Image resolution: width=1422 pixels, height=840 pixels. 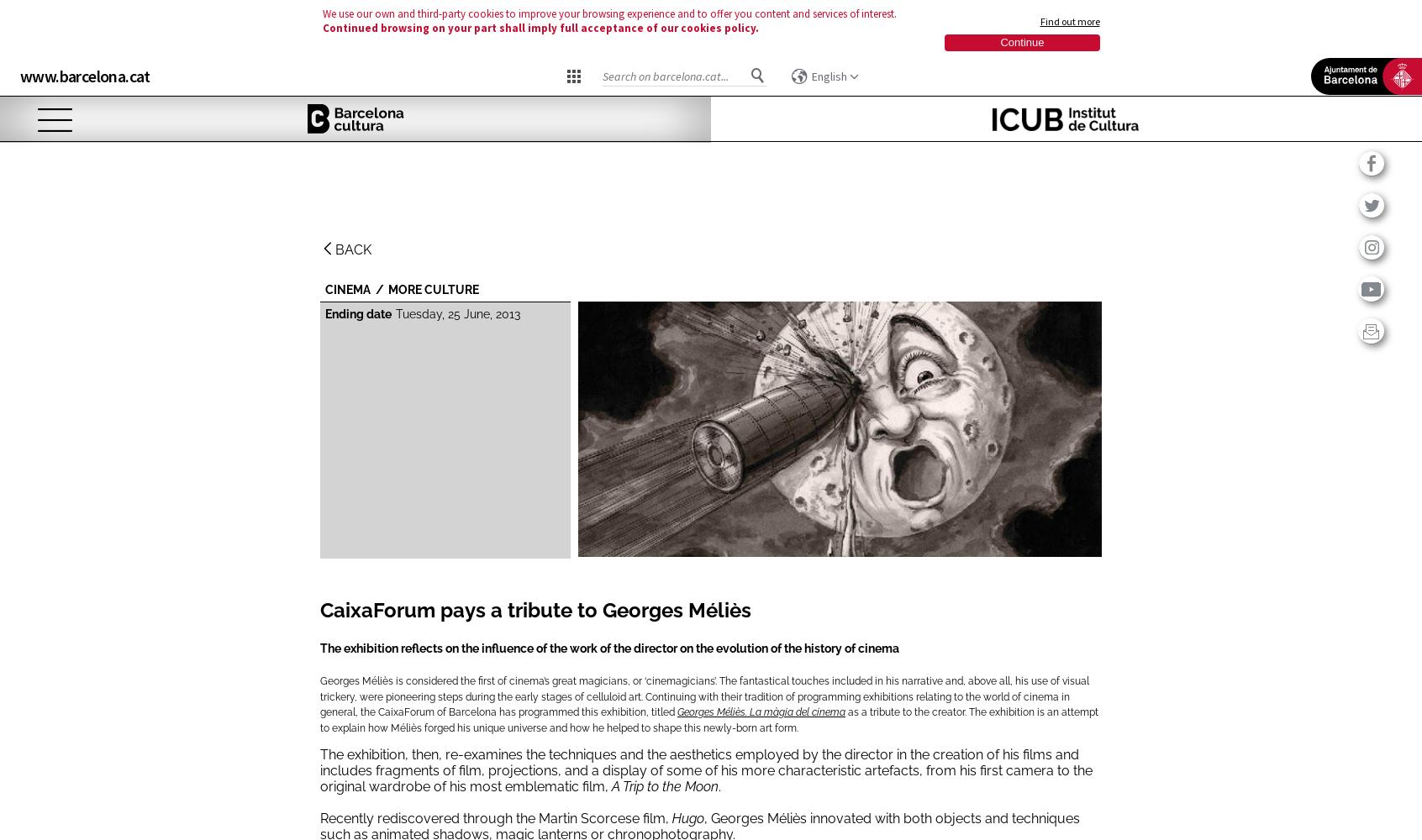 I want to click on 'Continued browsing on your part shall imply full acceptance of our cookies policy.', so click(x=322, y=28).